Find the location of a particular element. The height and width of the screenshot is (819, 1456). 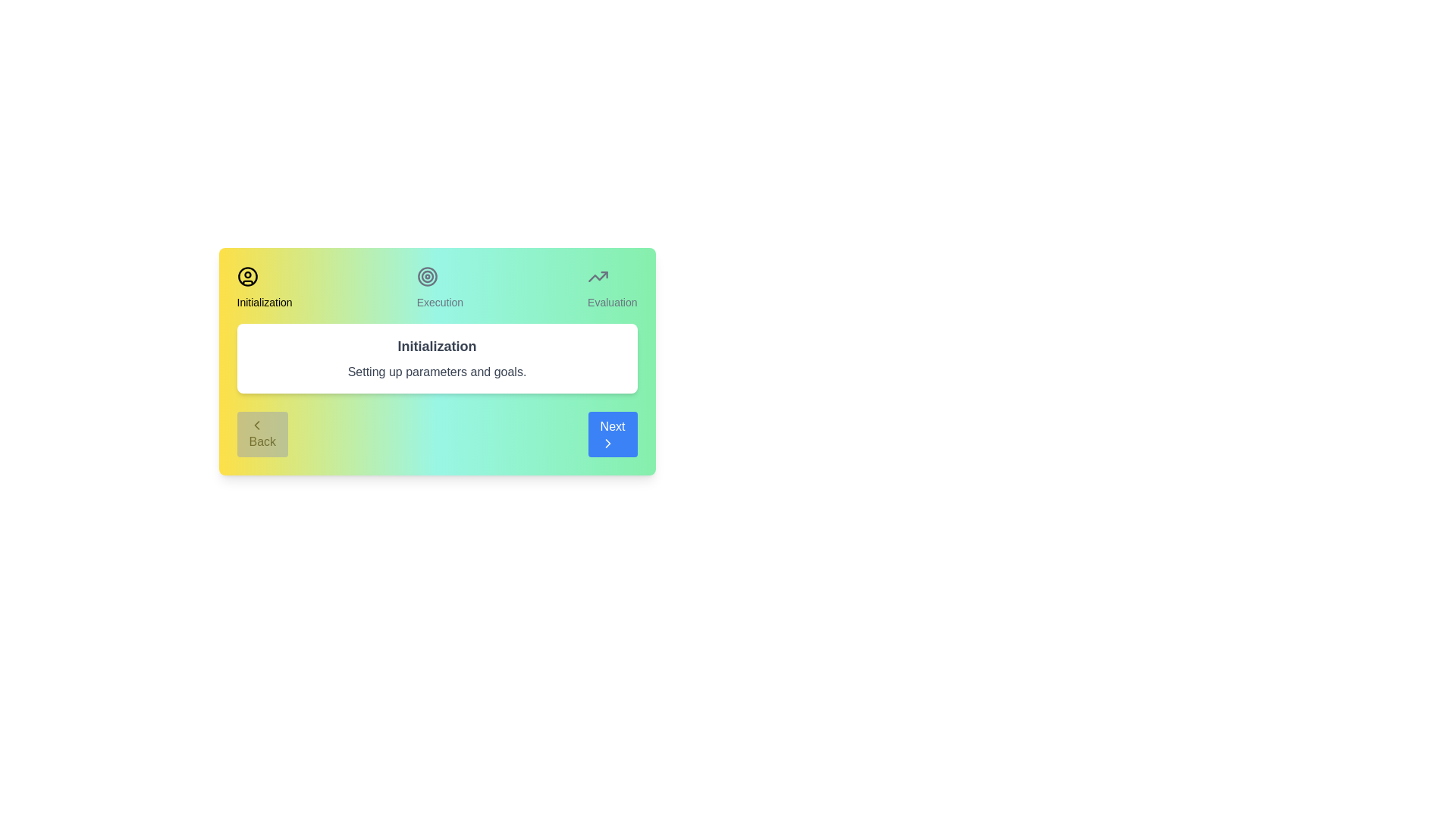

the Evaluation icon to navigate to the corresponding stage is located at coordinates (598, 277).